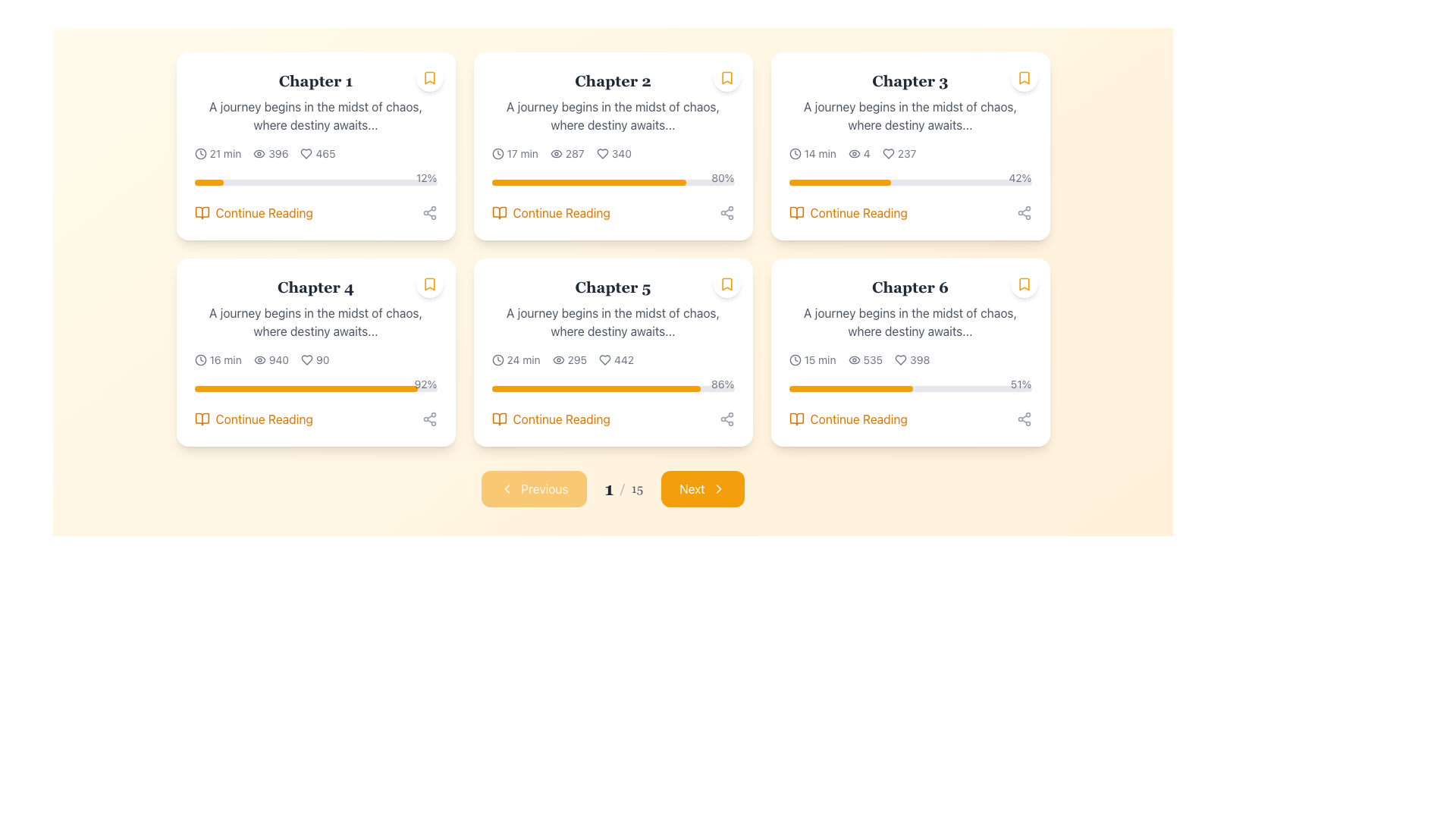  I want to click on the informational text with the clock icon that displays '15 min' beneath the chapter title 'Chapter 6', so click(811, 359).